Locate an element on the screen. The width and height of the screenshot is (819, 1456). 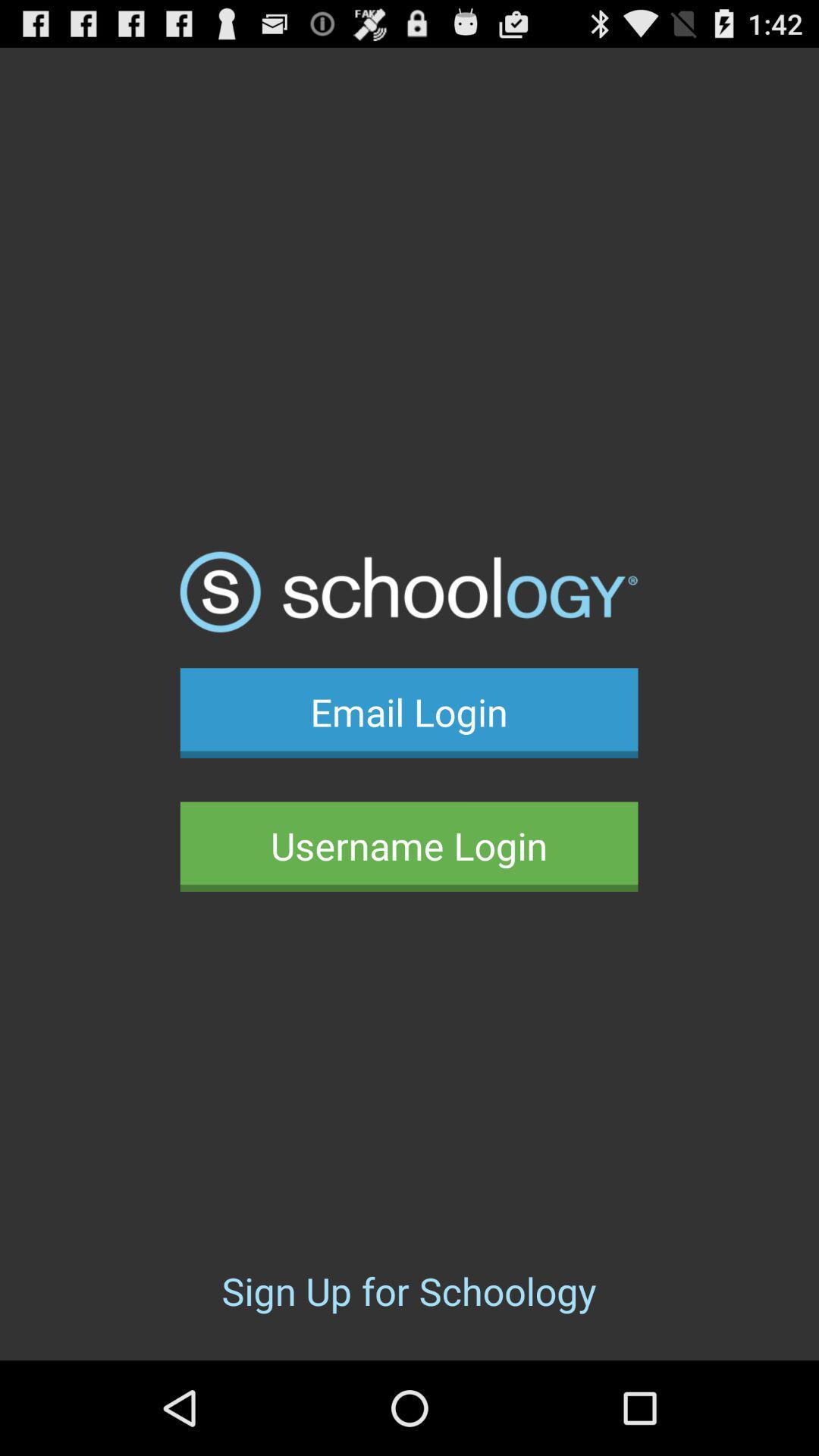
the email login is located at coordinates (408, 712).